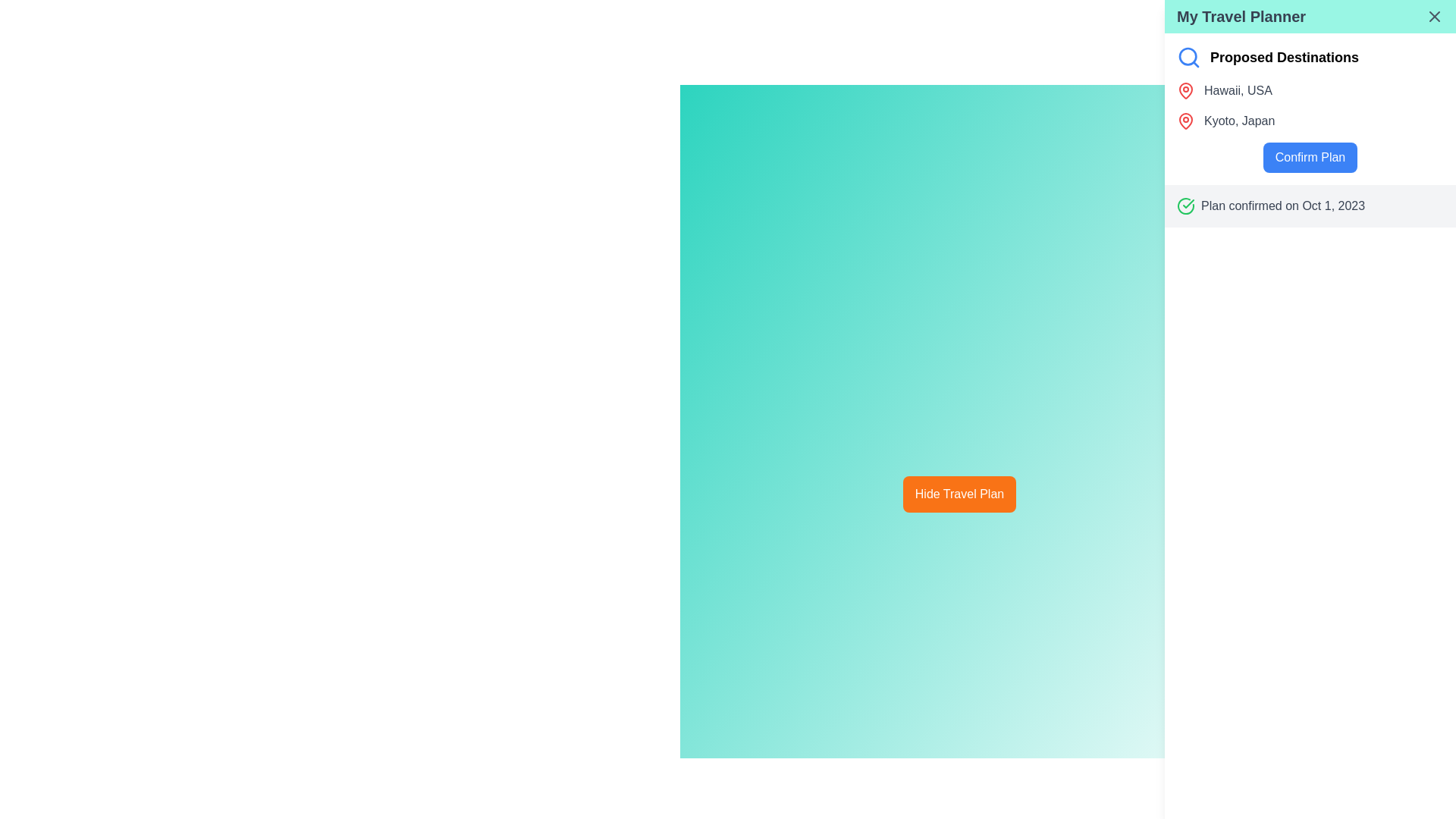  What do you see at coordinates (1185, 119) in the screenshot?
I see `the geographical location icon representing Kyoto, Japan, located in the right panel under 'My Travel Planner'` at bounding box center [1185, 119].